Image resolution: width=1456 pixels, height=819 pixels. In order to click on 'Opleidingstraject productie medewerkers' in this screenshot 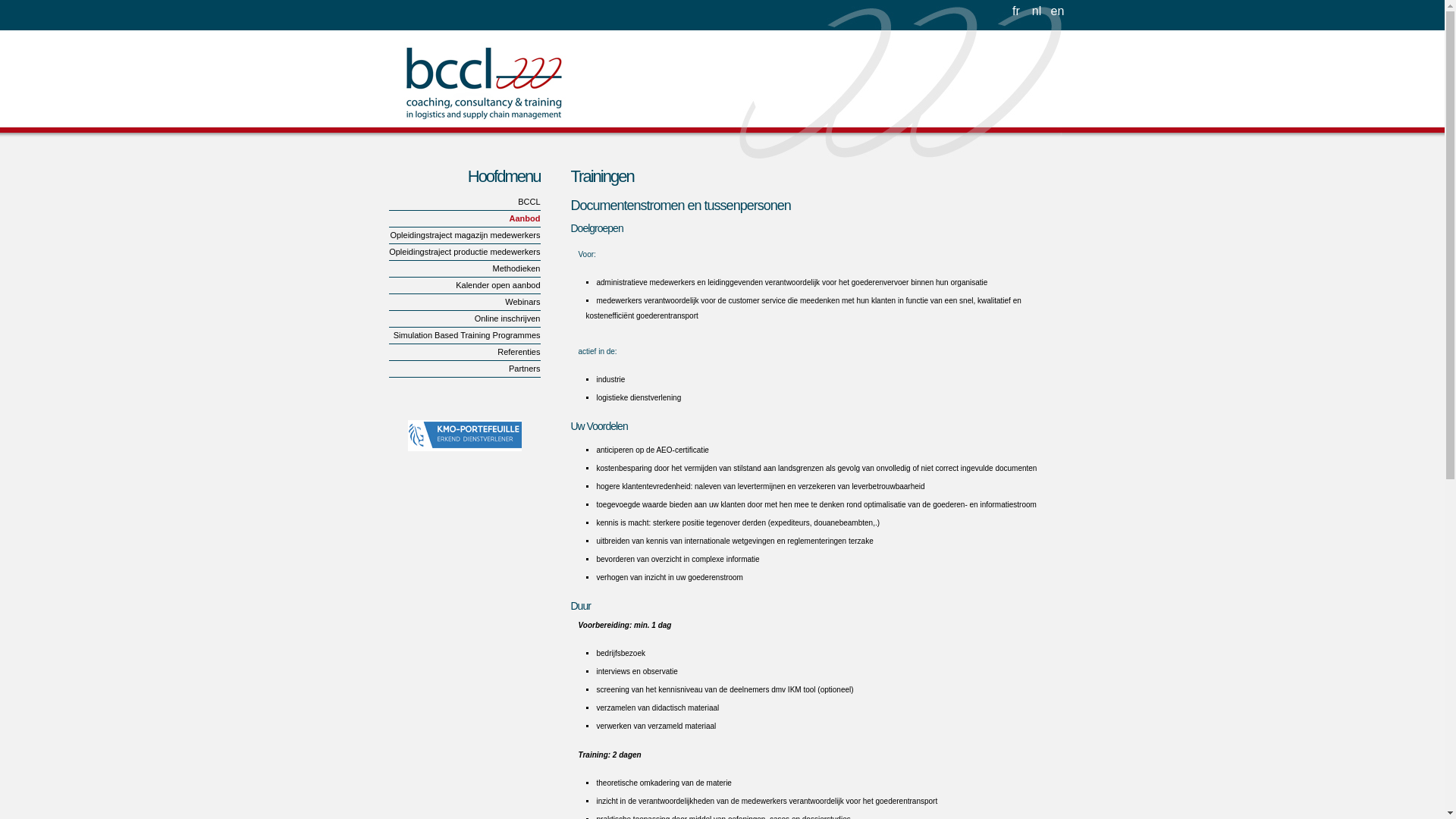, I will do `click(463, 251)`.